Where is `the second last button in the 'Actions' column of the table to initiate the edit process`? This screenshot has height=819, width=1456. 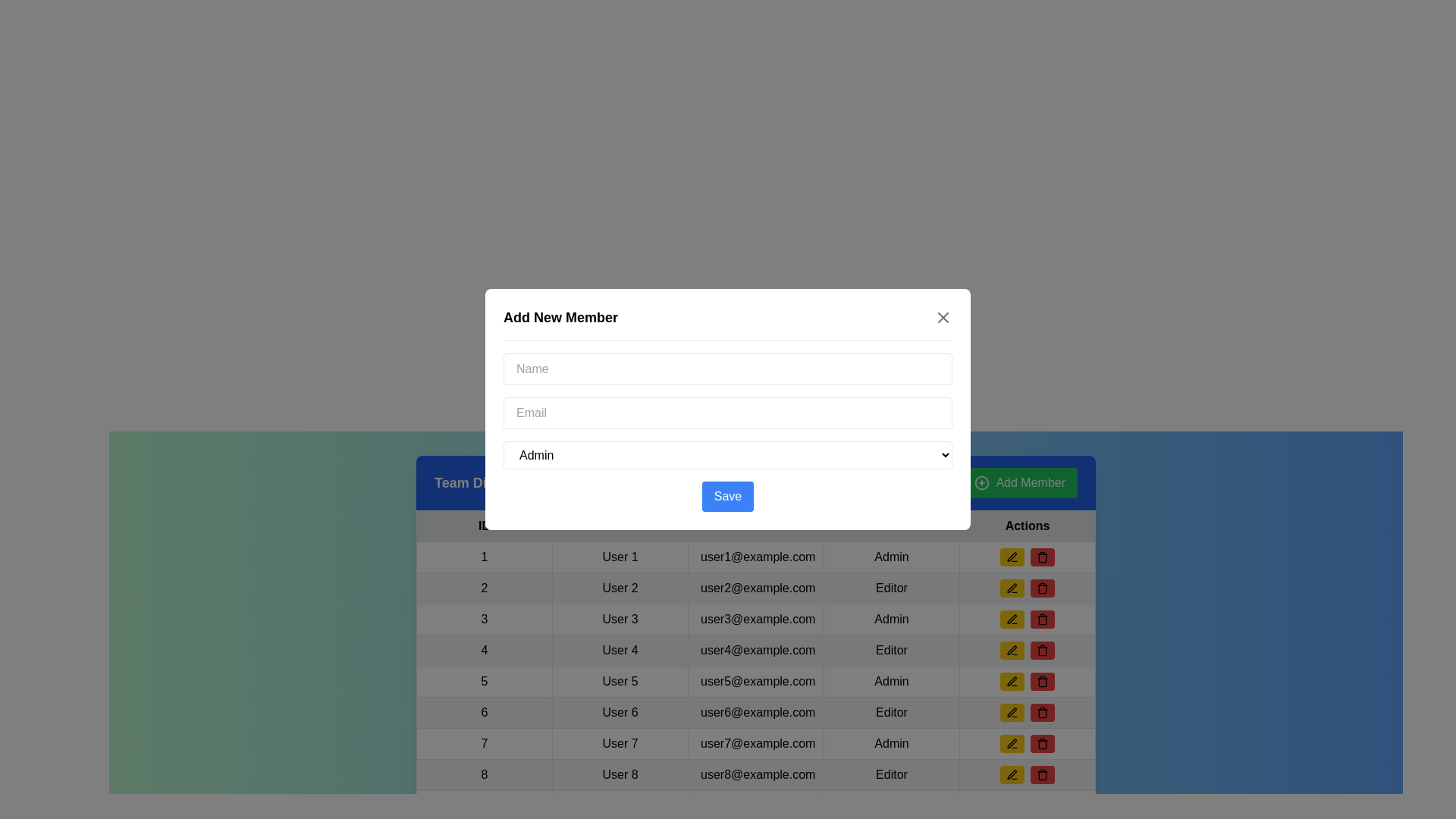
the second last button in the 'Actions' column of the table to initiate the edit process is located at coordinates (1012, 775).